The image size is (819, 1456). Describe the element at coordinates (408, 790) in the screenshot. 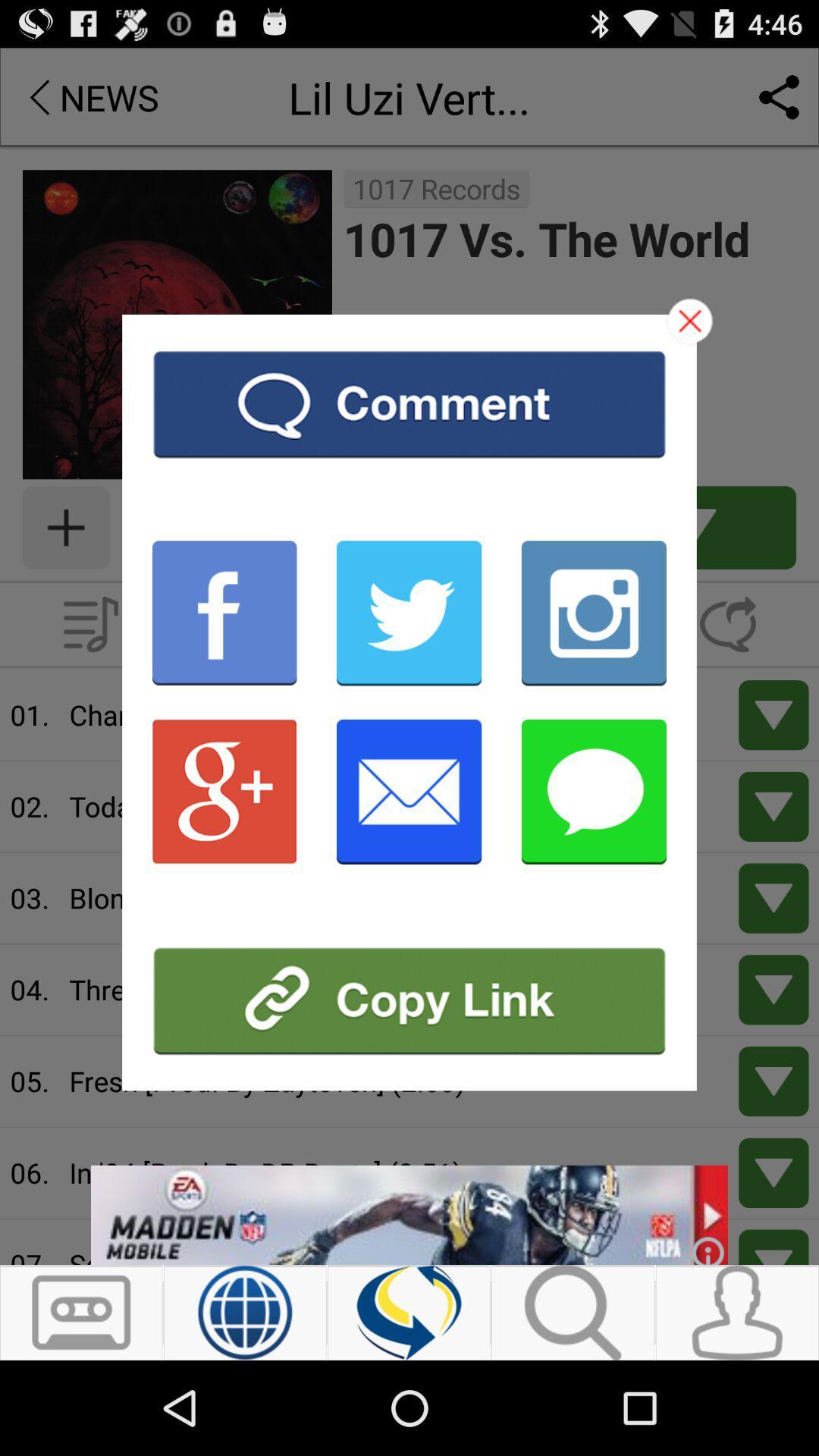

I see `mail` at that location.